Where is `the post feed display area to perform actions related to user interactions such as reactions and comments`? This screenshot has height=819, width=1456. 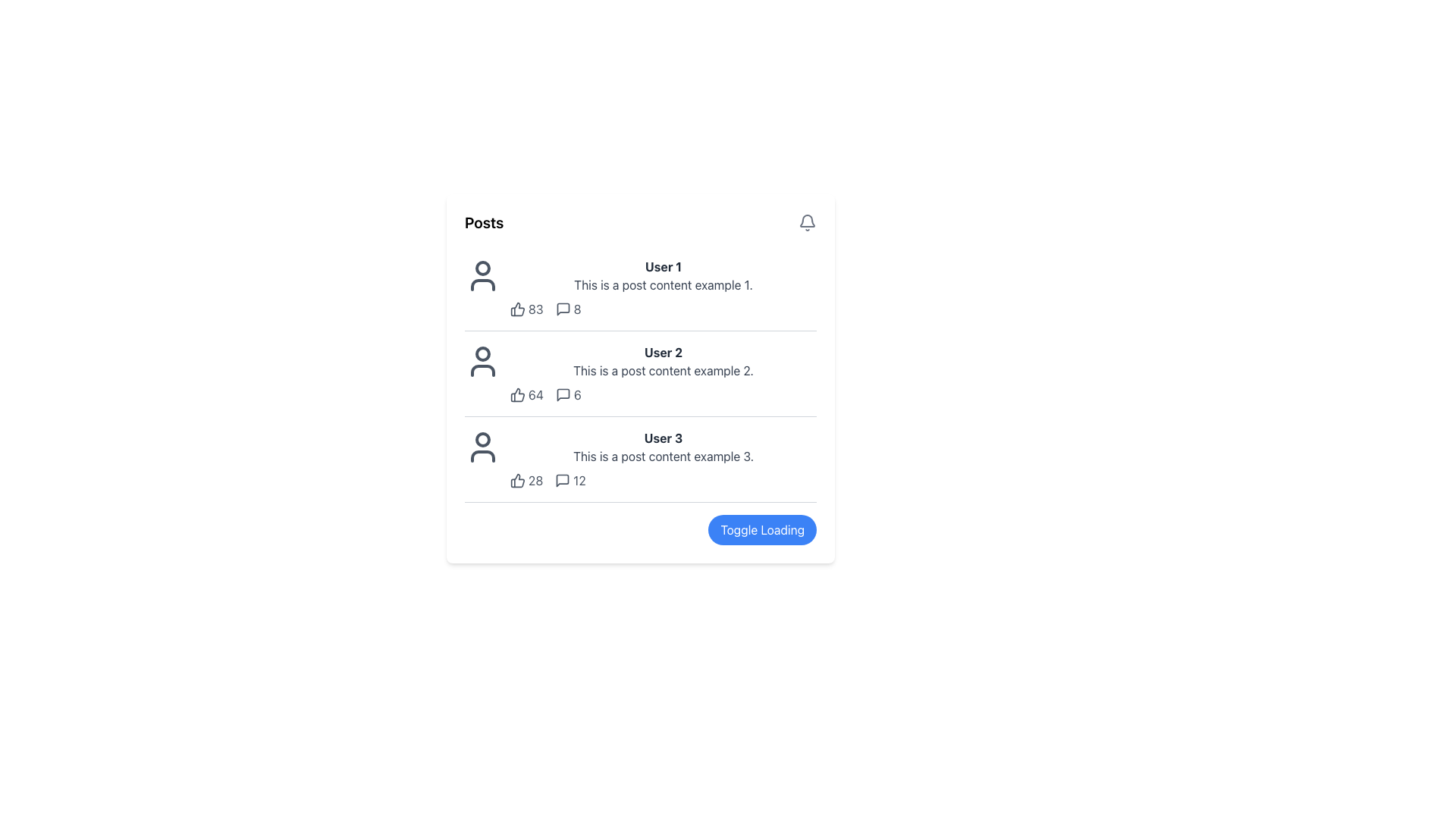
the post feed display area to perform actions related to user interactions such as reactions and comments is located at coordinates (640, 377).